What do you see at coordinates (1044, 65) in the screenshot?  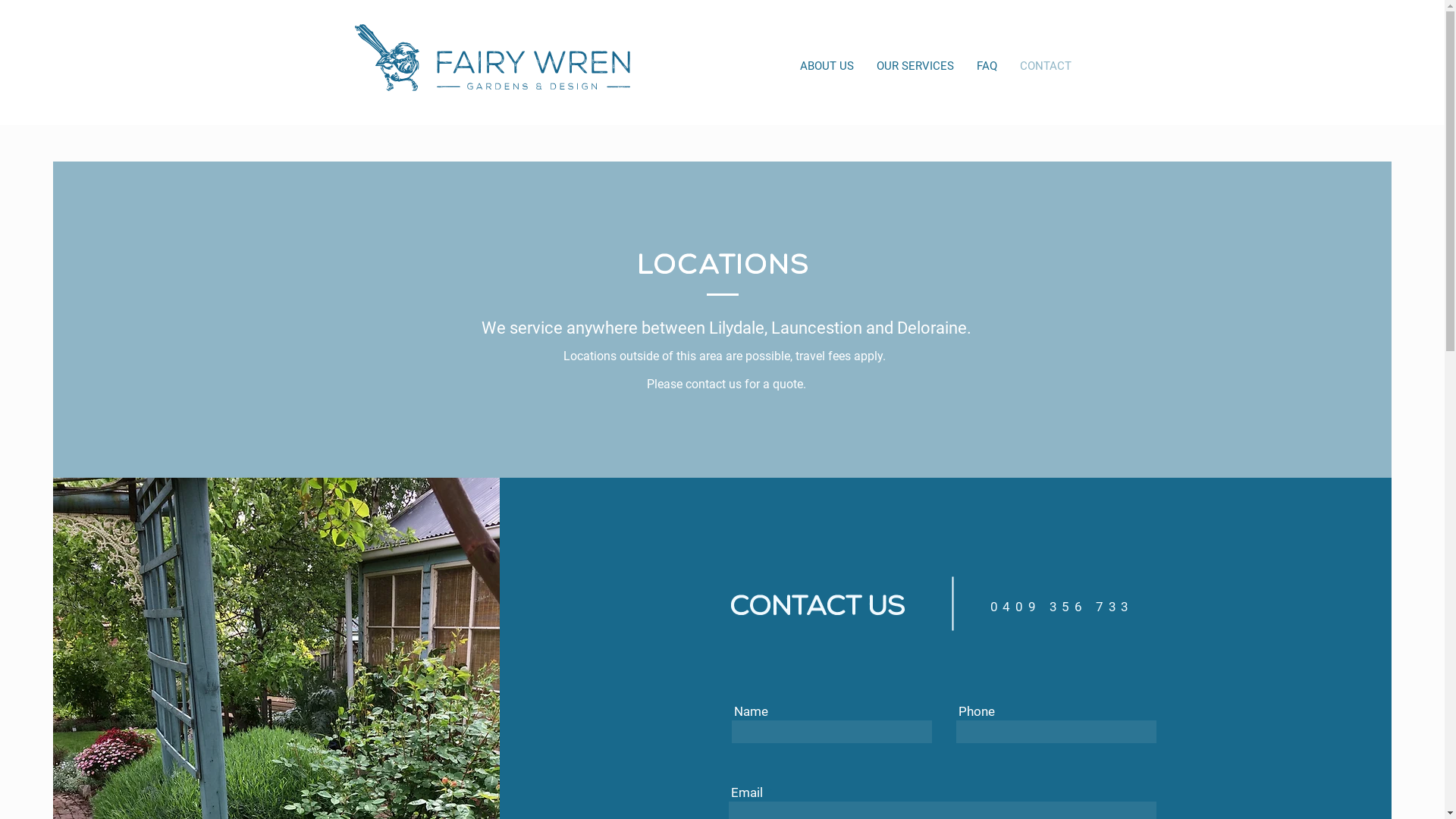 I see `'CONTACT'` at bounding box center [1044, 65].